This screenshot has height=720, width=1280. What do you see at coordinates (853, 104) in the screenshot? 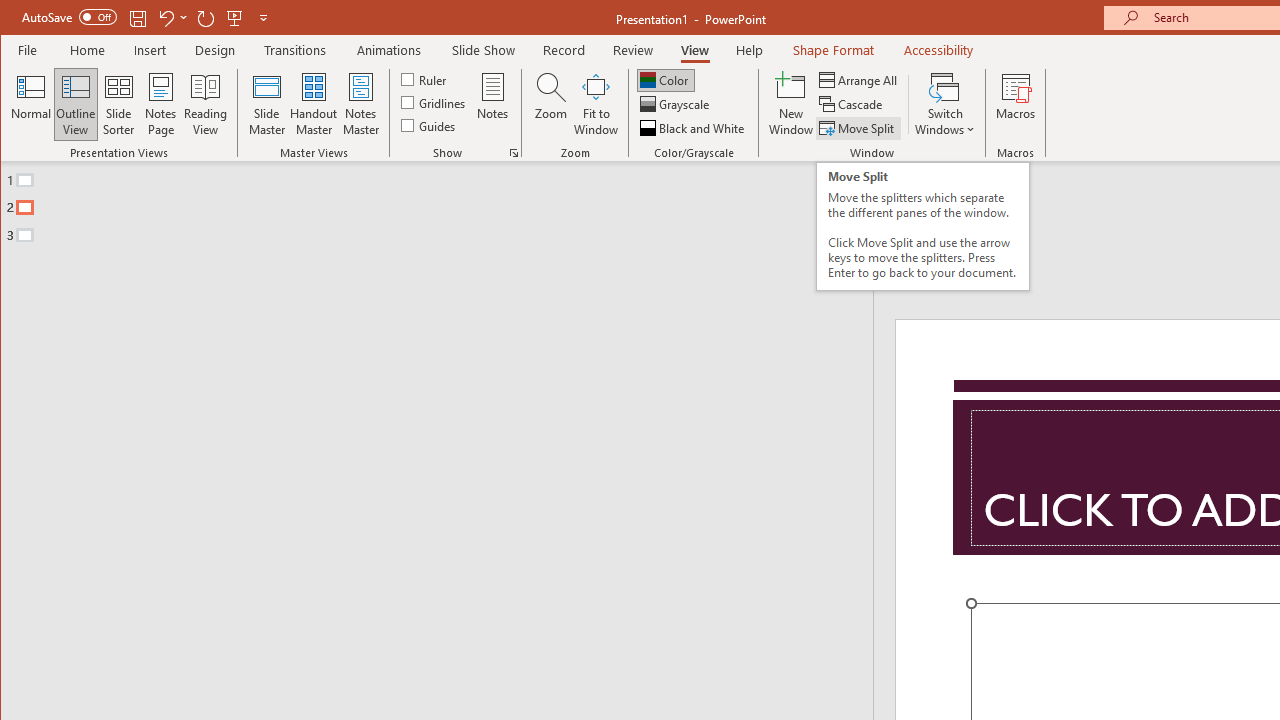
I see `'Cascade'` at bounding box center [853, 104].